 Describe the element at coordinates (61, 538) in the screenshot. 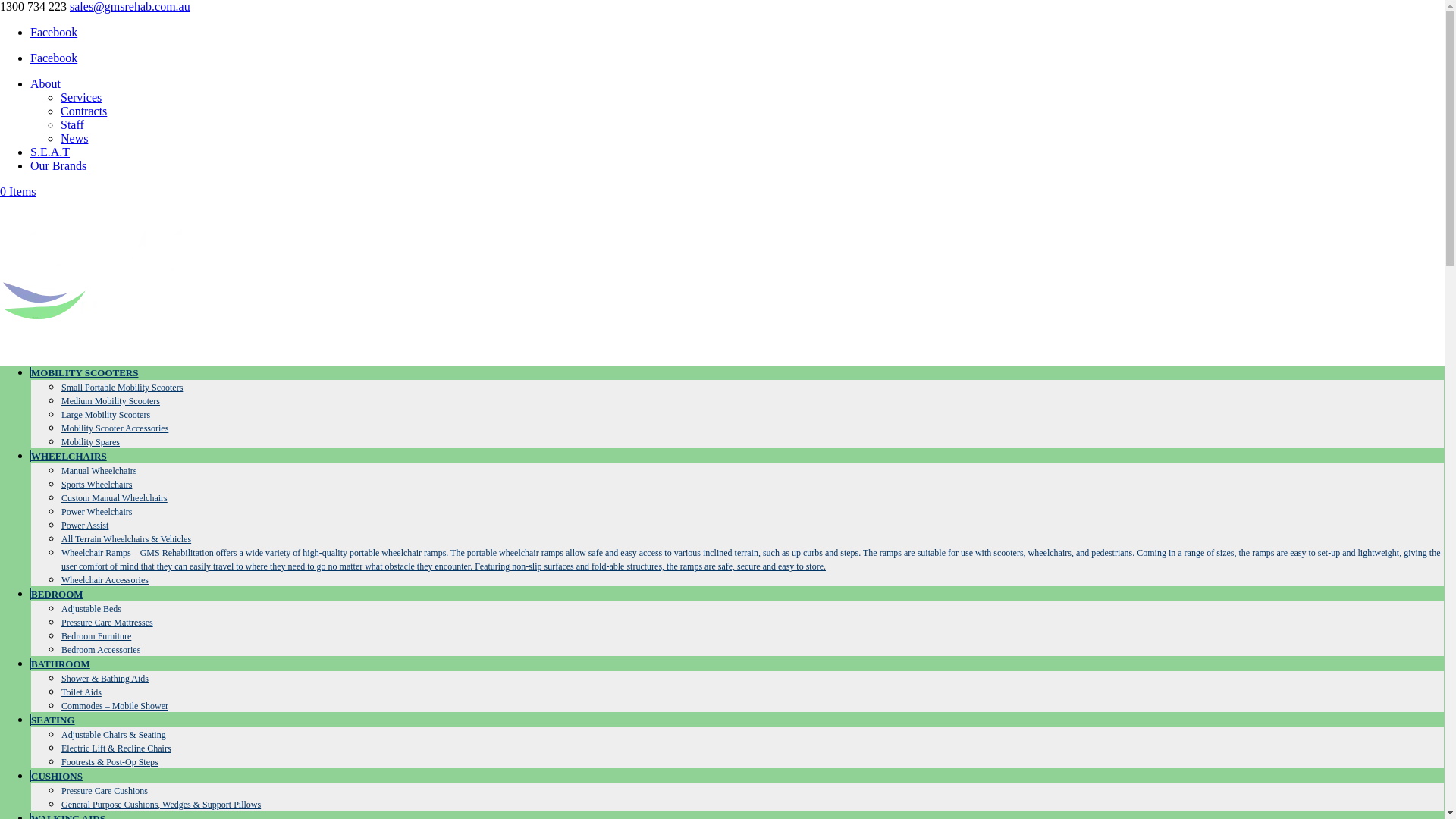

I see `'All Terrain Wheelchairs & Vehicles'` at that location.